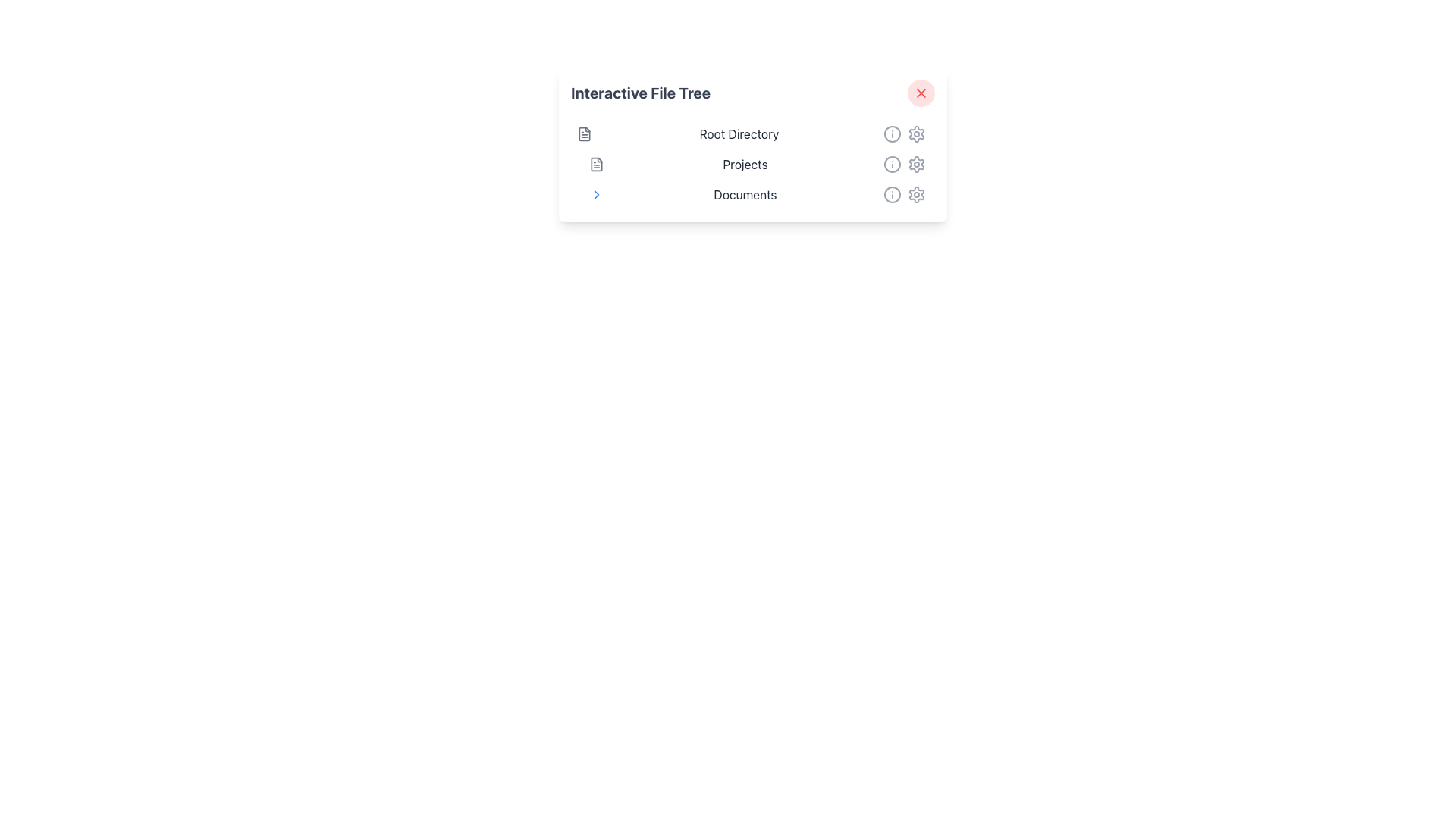 The image size is (1456, 819). Describe the element at coordinates (596, 164) in the screenshot. I see `the document or file icon located to the left of the 'Projects' label in the file tree interface` at that location.